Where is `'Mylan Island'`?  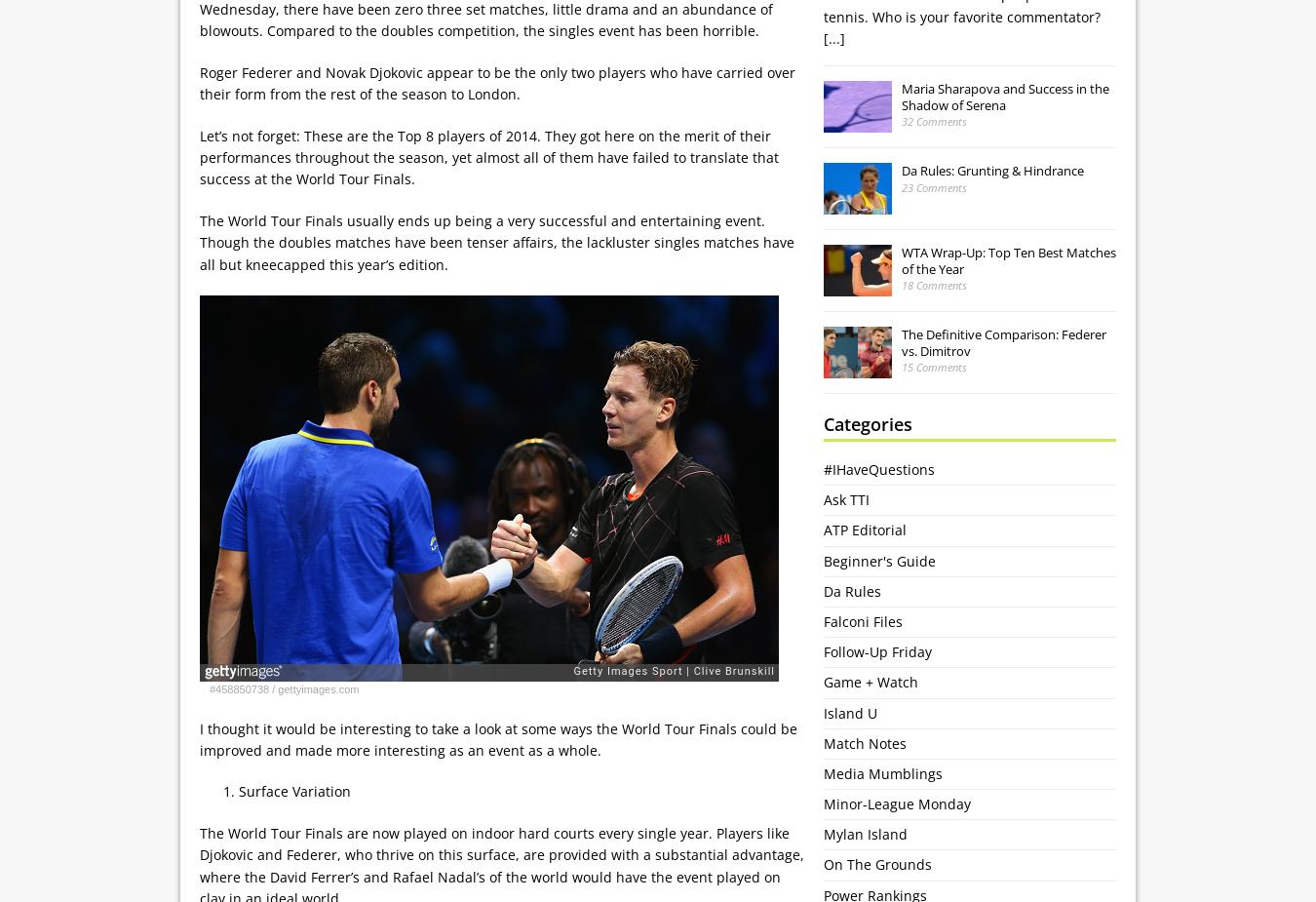
'Mylan Island' is located at coordinates (866, 834).